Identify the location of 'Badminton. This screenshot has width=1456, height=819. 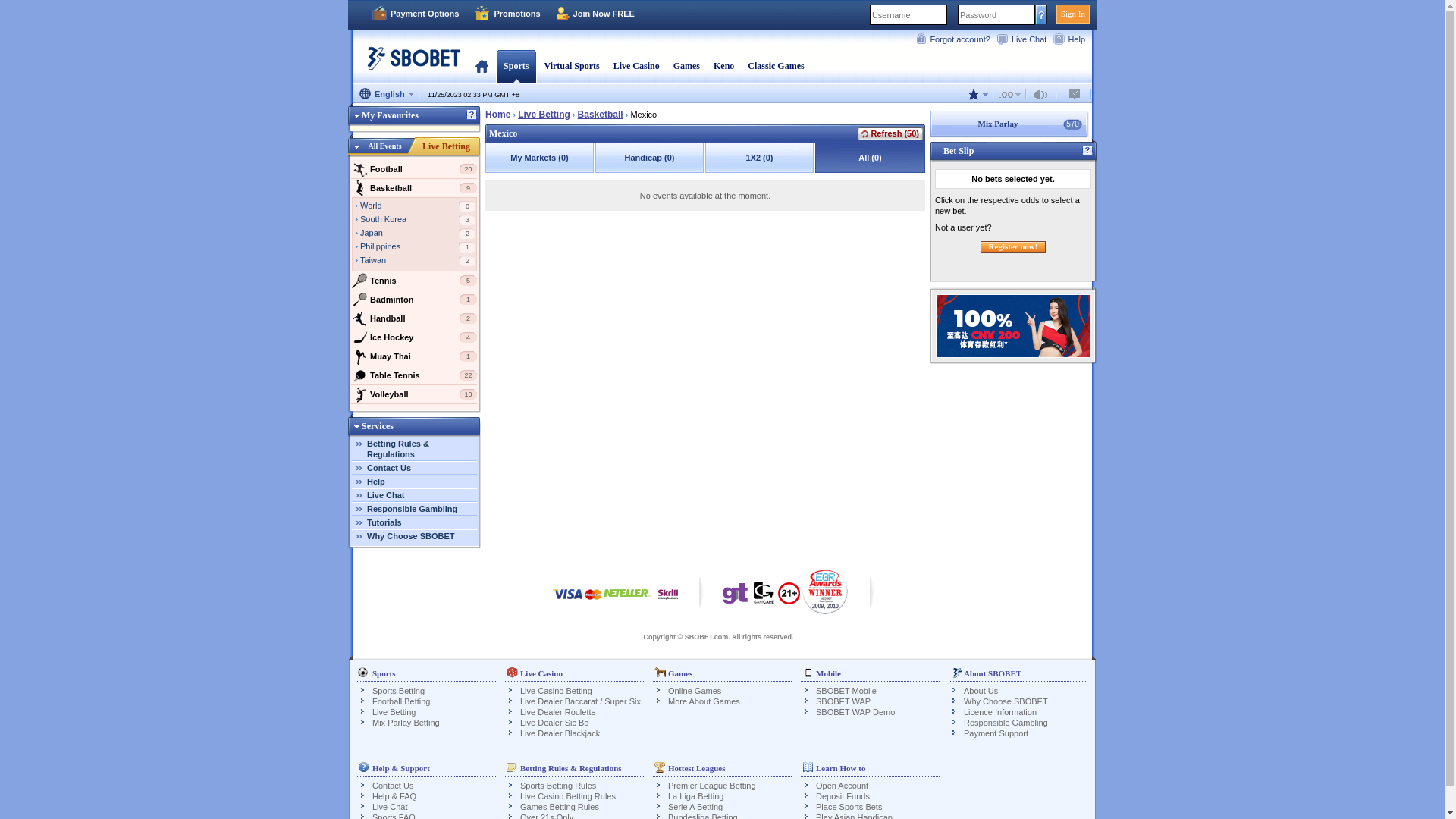
(414, 299).